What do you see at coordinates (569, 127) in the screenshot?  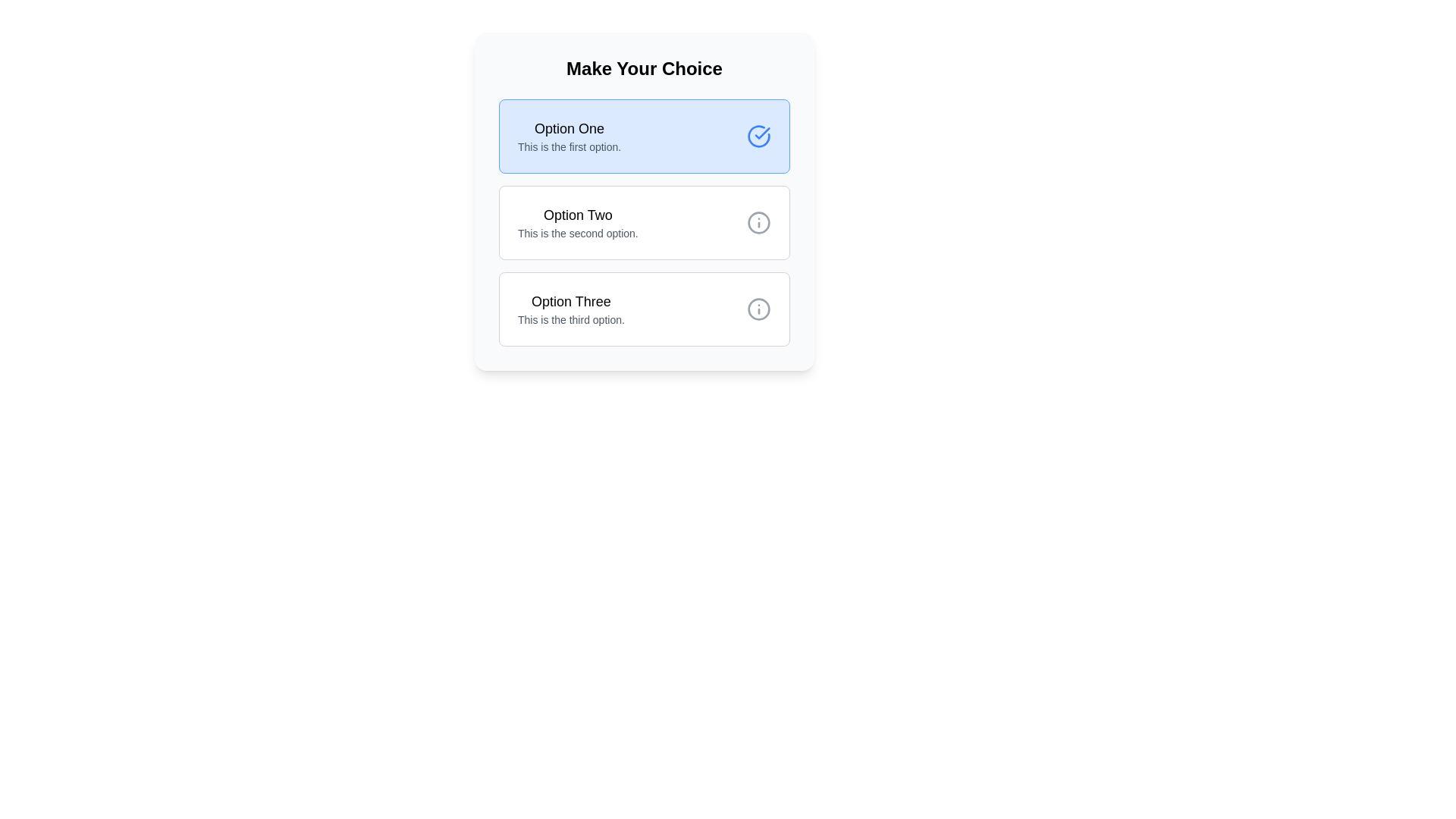 I see `the Text Label that serves as the title for the first option in the selection interface, which is located in the topmost card and is horizontally centered above a smaller text description` at bounding box center [569, 127].